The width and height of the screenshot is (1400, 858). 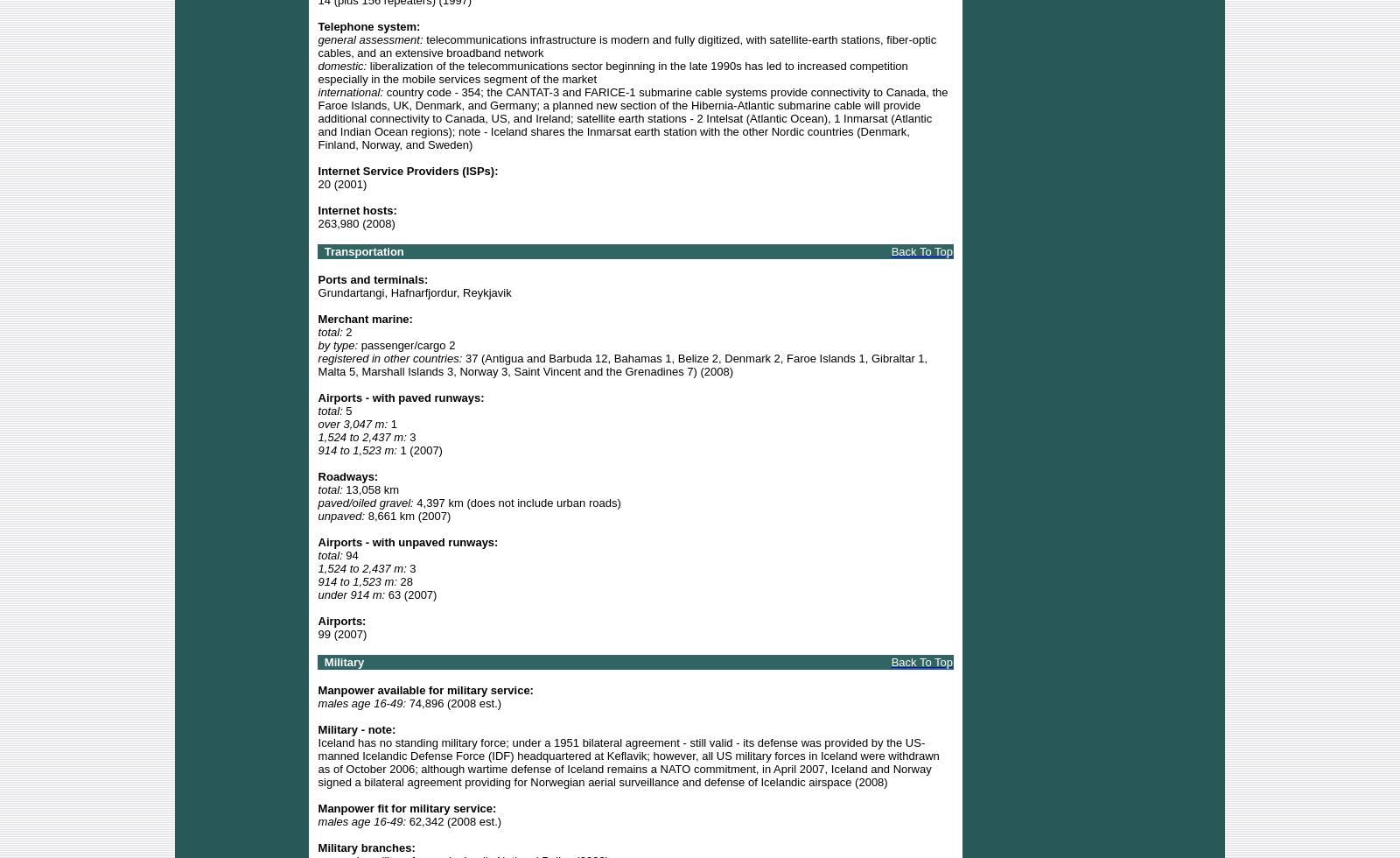 What do you see at coordinates (388, 357) in the screenshot?
I see `'registered in other countries:'` at bounding box center [388, 357].